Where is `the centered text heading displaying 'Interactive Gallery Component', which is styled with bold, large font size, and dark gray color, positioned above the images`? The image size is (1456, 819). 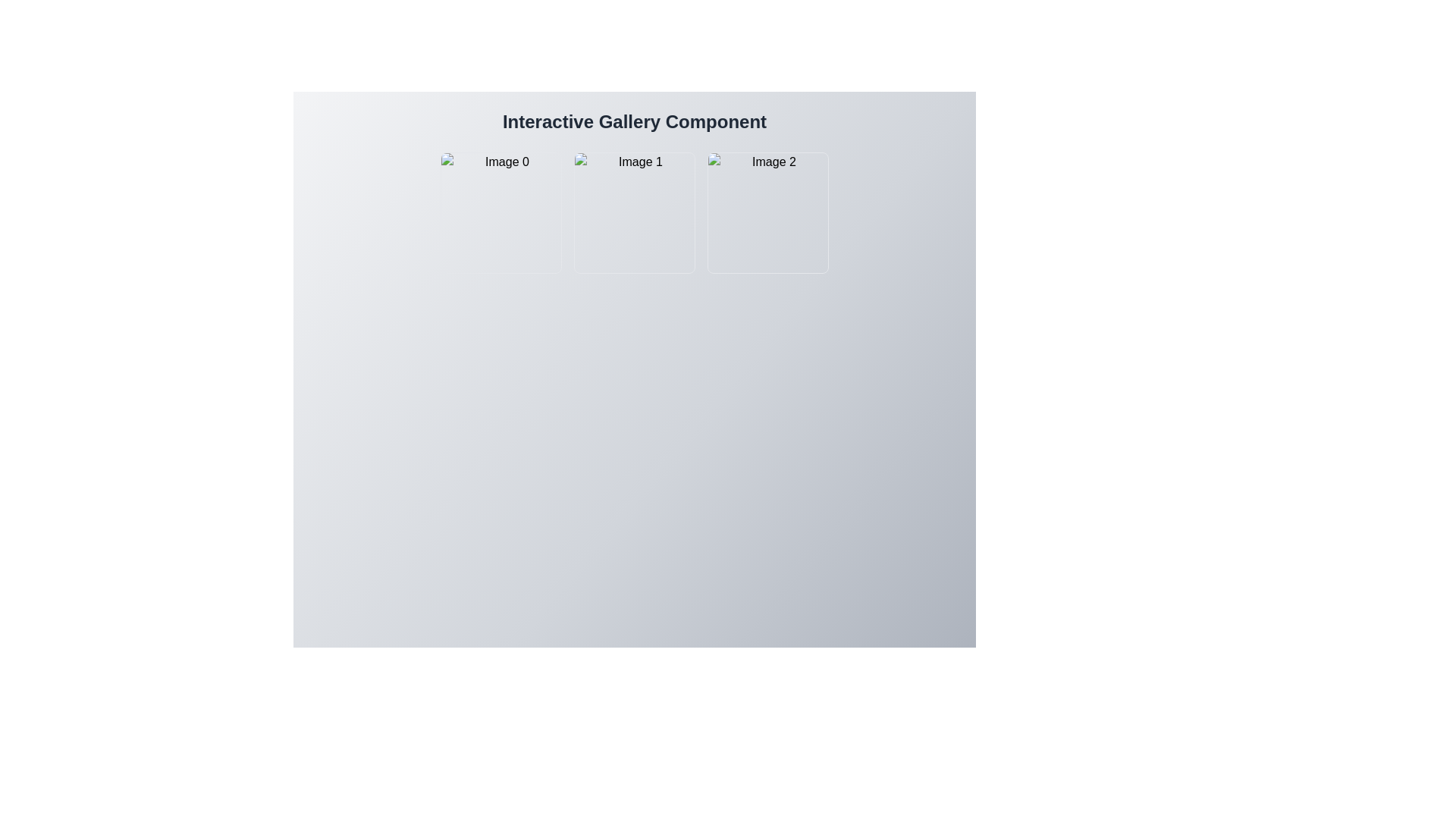
the centered text heading displaying 'Interactive Gallery Component', which is styled with bold, large font size, and dark gray color, positioned above the images is located at coordinates (634, 121).